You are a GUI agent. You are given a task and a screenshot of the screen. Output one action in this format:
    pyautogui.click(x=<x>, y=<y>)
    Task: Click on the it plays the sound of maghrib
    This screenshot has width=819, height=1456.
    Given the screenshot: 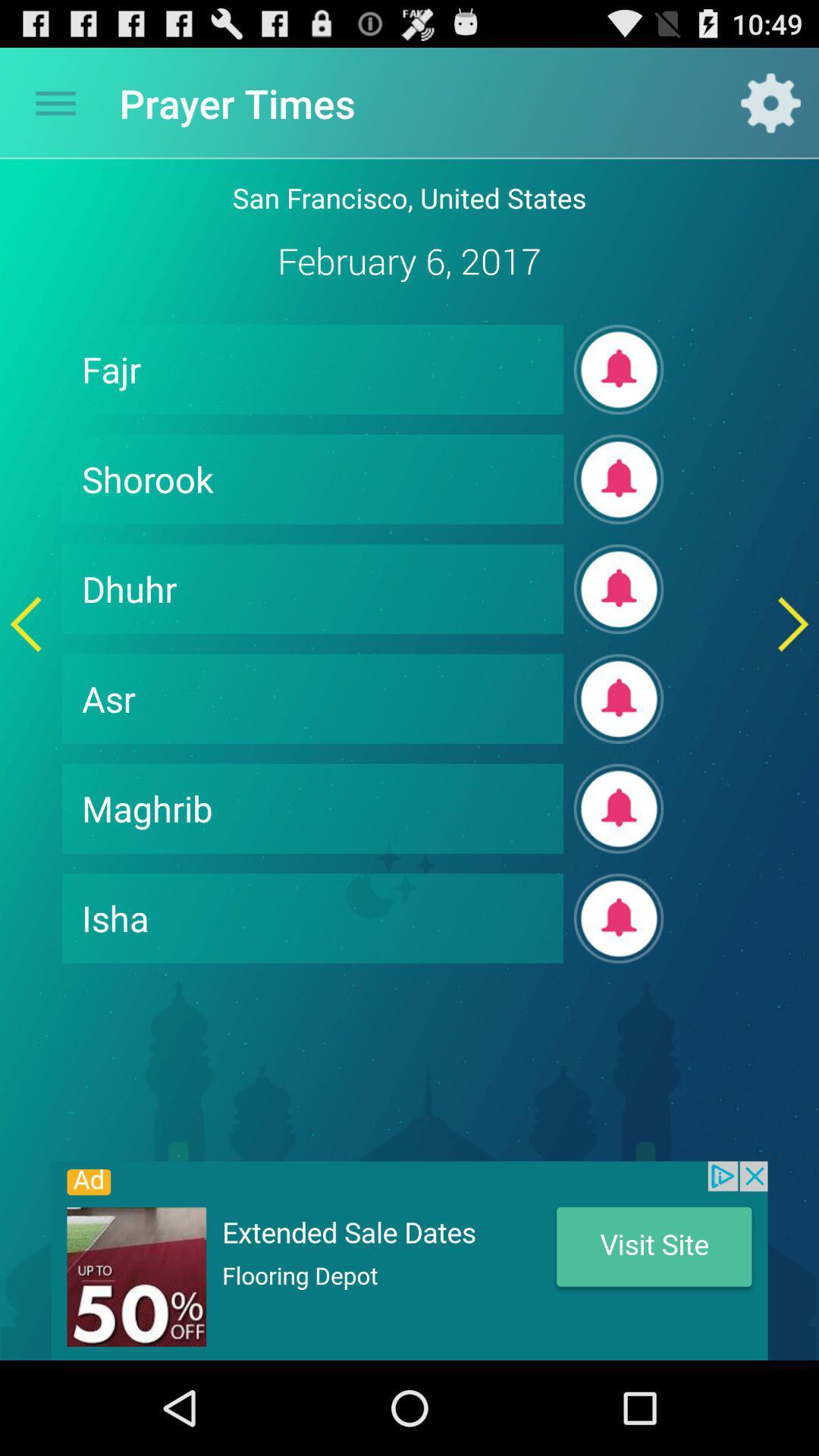 What is the action you would take?
    pyautogui.click(x=619, y=808)
    